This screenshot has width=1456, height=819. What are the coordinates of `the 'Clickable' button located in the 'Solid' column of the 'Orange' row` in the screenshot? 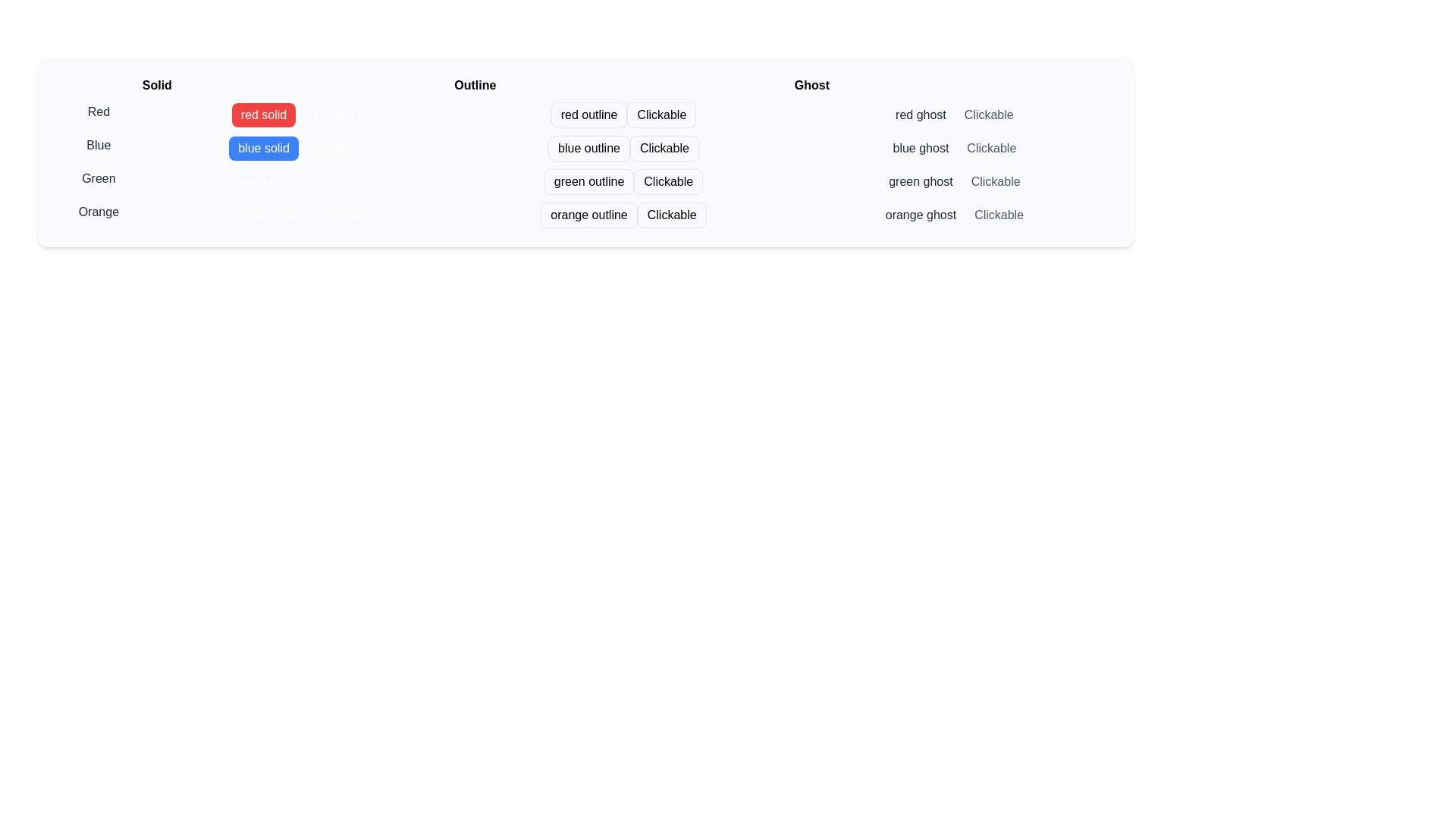 It's located at (339, 215).